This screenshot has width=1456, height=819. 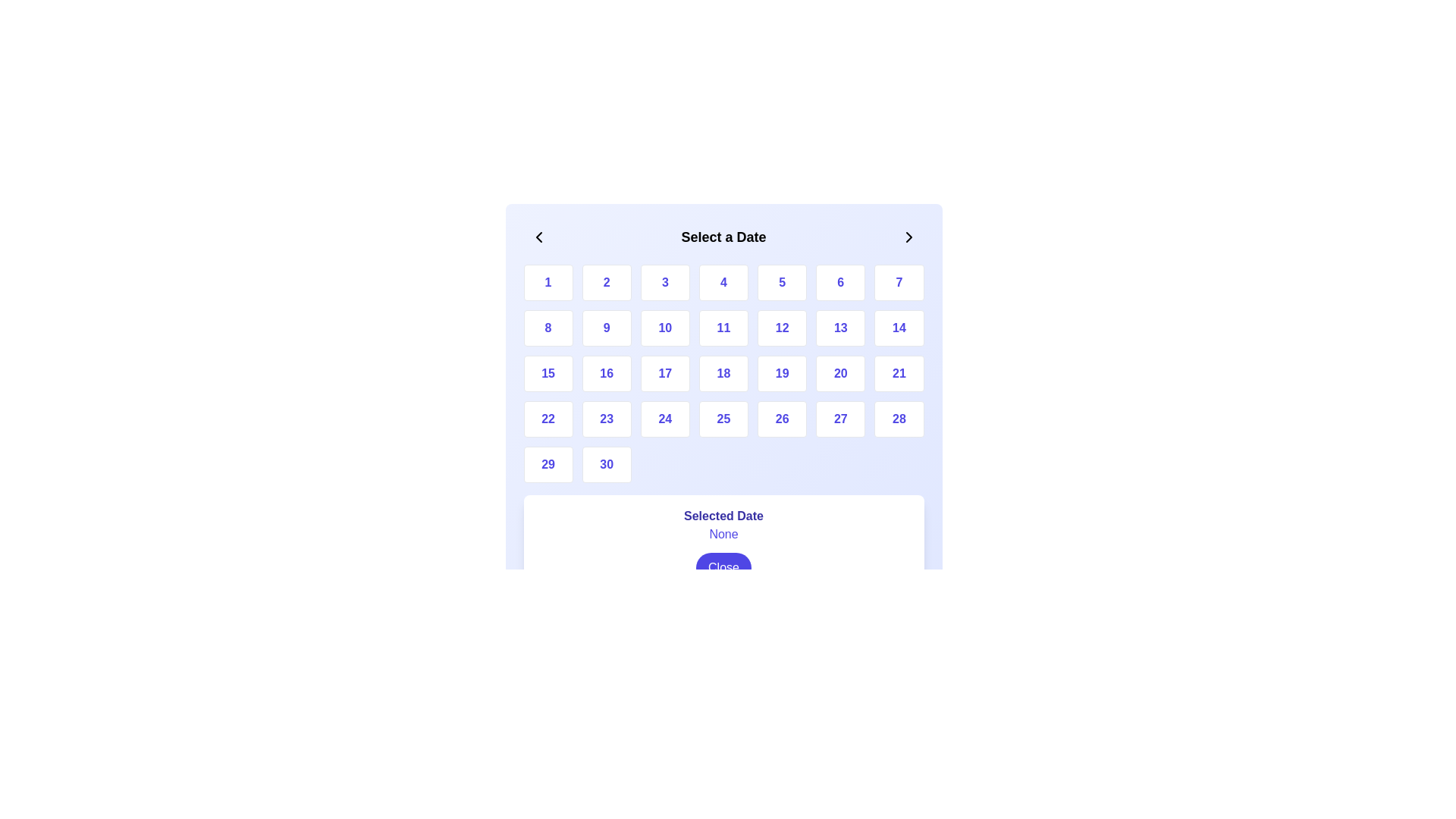 I want to click on the button labeled '20' in the calendar grid, located in the fourth row and sixth column, to trigger hover effects, so click(x=839, y=374).